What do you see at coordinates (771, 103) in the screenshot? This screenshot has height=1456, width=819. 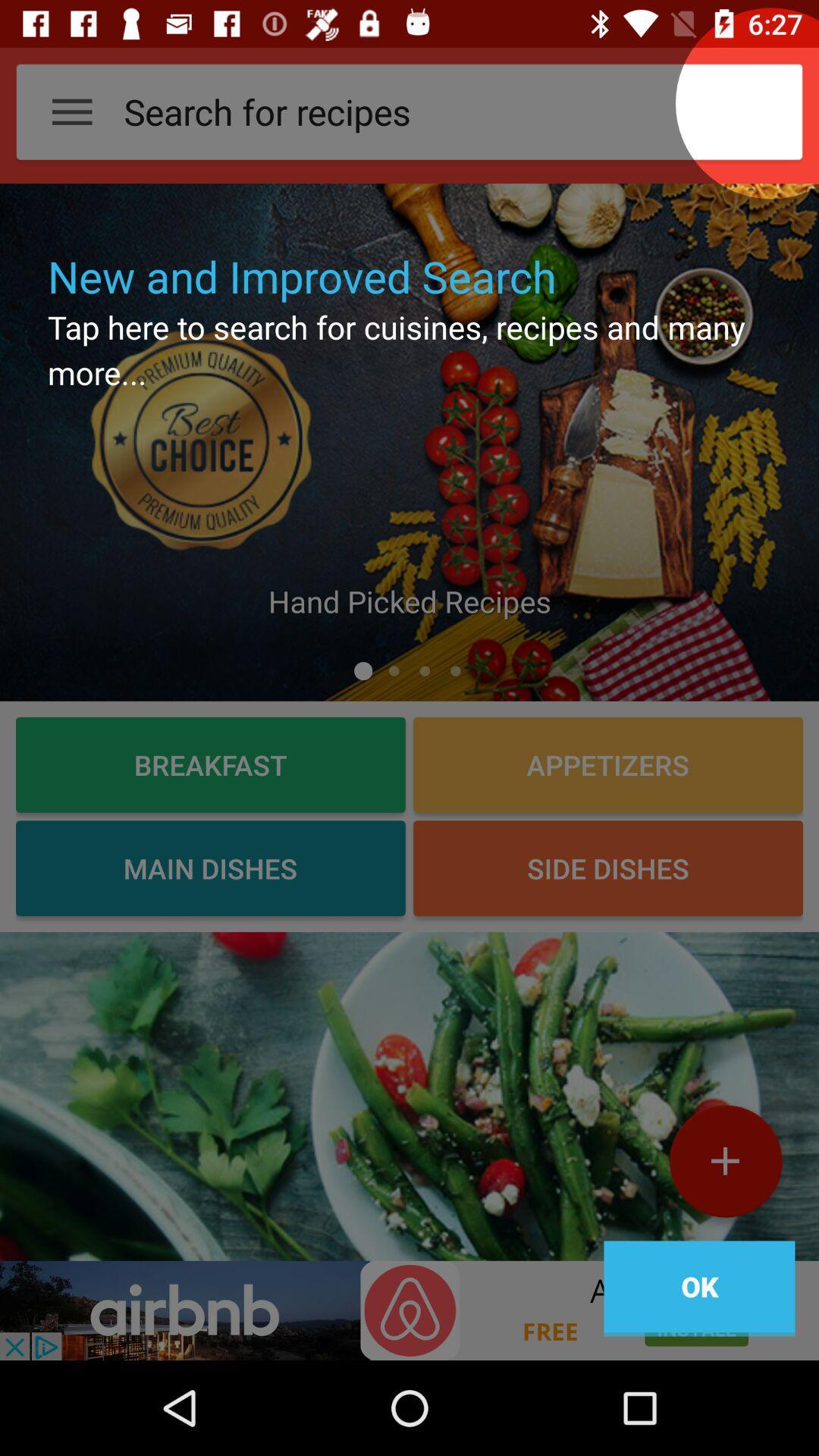 I see `the search bar` at bounding box center [771, 103].